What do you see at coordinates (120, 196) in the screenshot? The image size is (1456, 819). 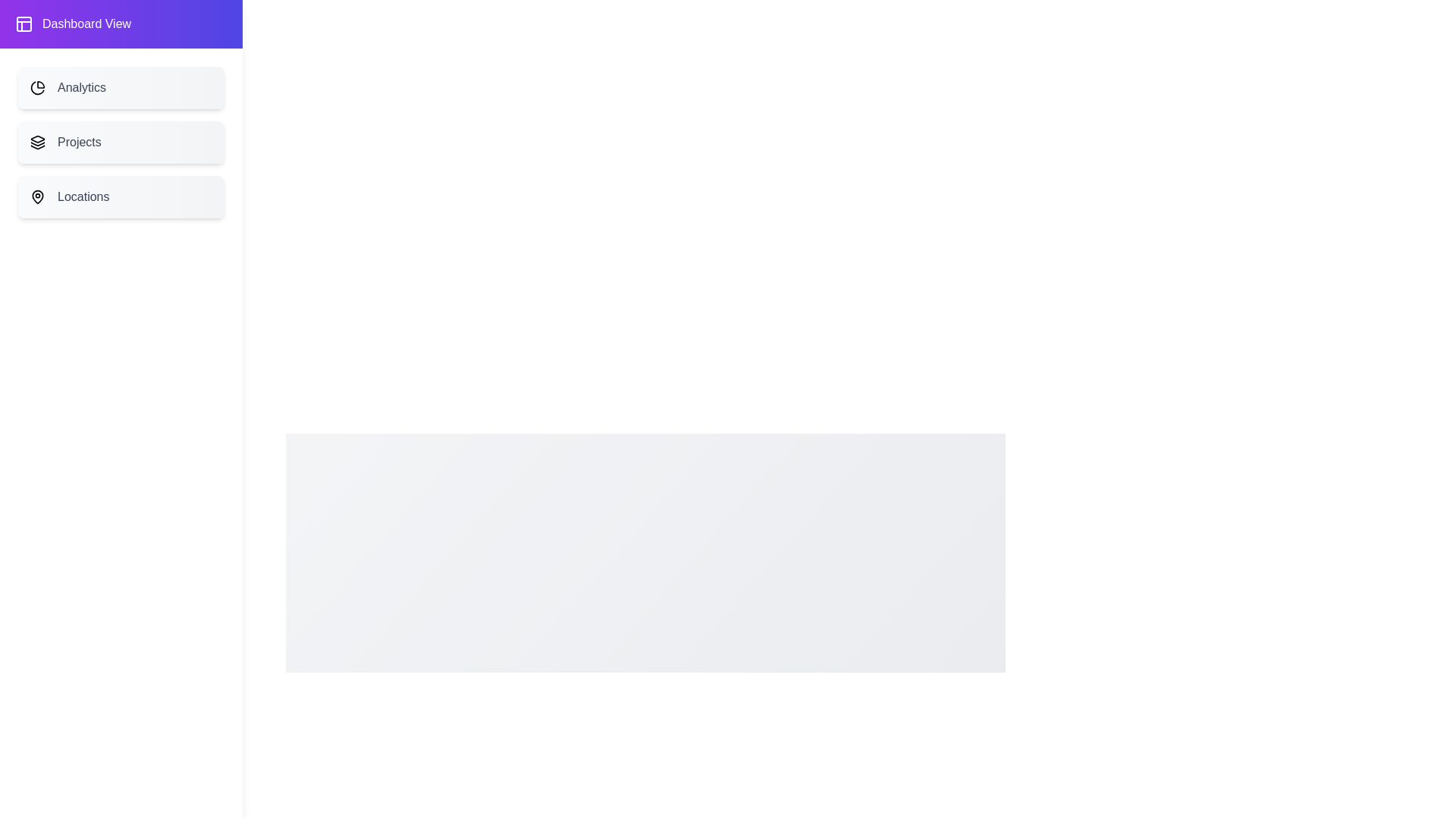 I see `the menu item Locations to observe visual feedback` at bounding box center [120, 196].